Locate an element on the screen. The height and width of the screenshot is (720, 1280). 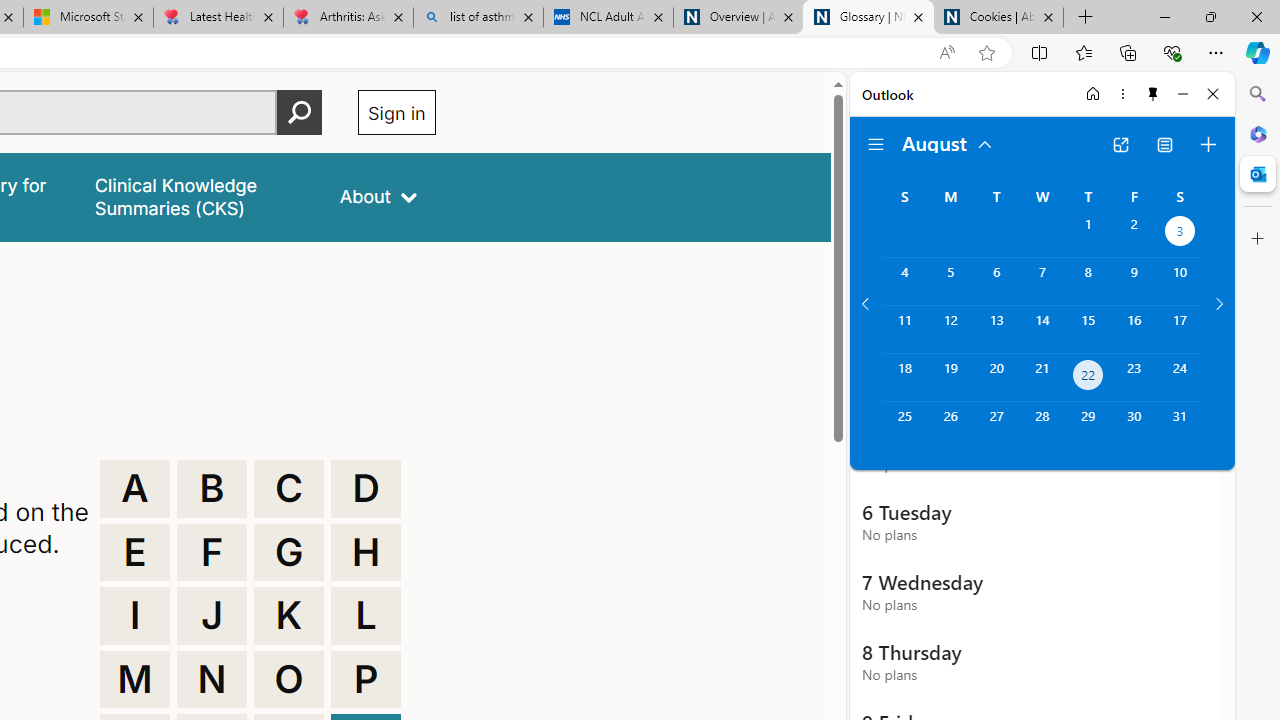
'Saturday, August 31, 2024. ' is located at coordinates (1180, 424).